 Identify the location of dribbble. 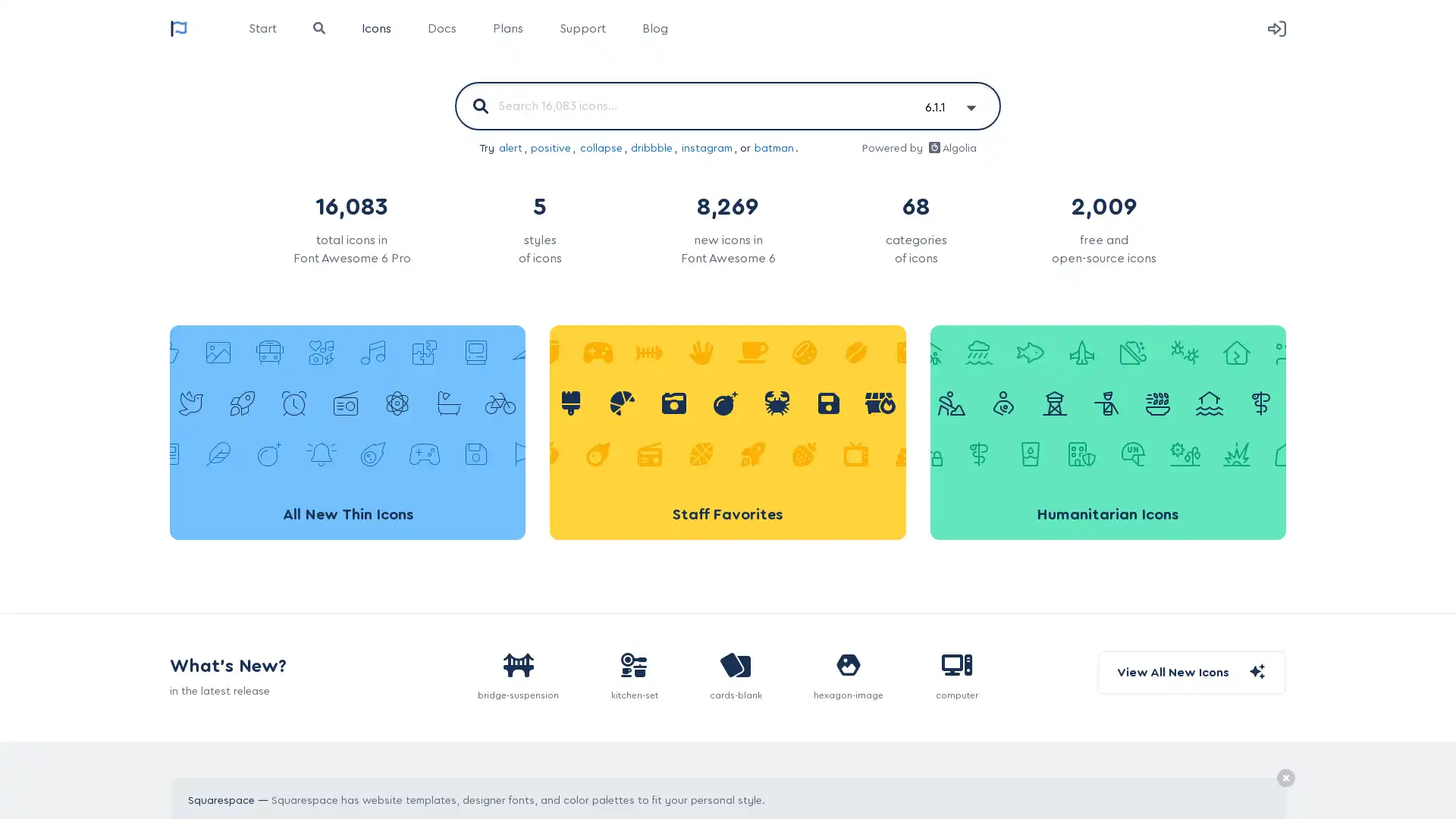
(651, 149).